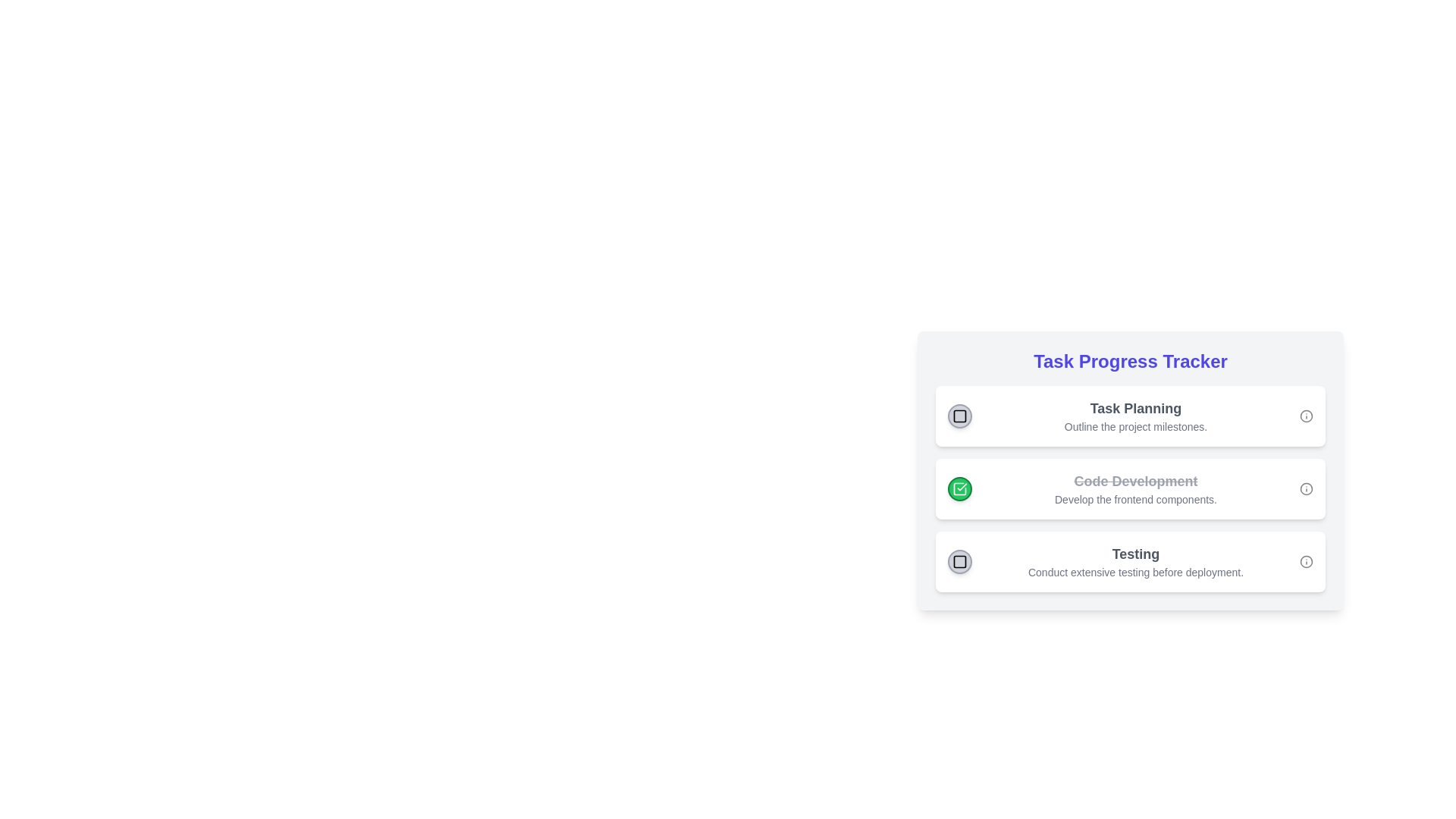 The height and width of the screenshot is (819, 1456). I want to click on text label that says 'Conduct extensive testing before deployment.' located beneath the 'Testing' title in the task card, so click(1135, 573).